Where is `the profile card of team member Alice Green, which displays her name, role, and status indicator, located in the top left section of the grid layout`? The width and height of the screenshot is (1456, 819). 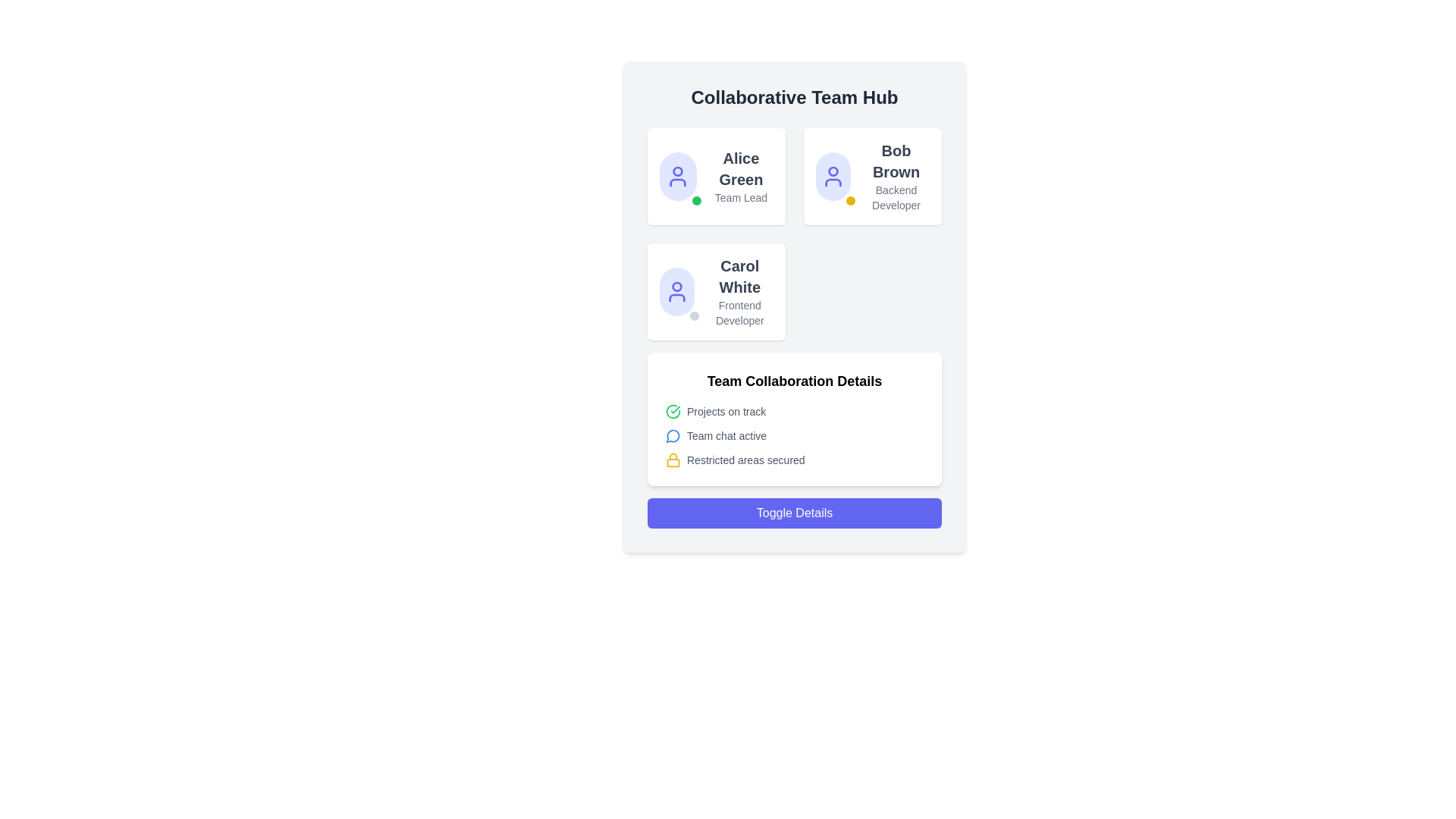
the profile card of team member Alice Green, which displays her name, role, and status indicator, located in the top left section of the grid layout is located at coordinates (716, 175).